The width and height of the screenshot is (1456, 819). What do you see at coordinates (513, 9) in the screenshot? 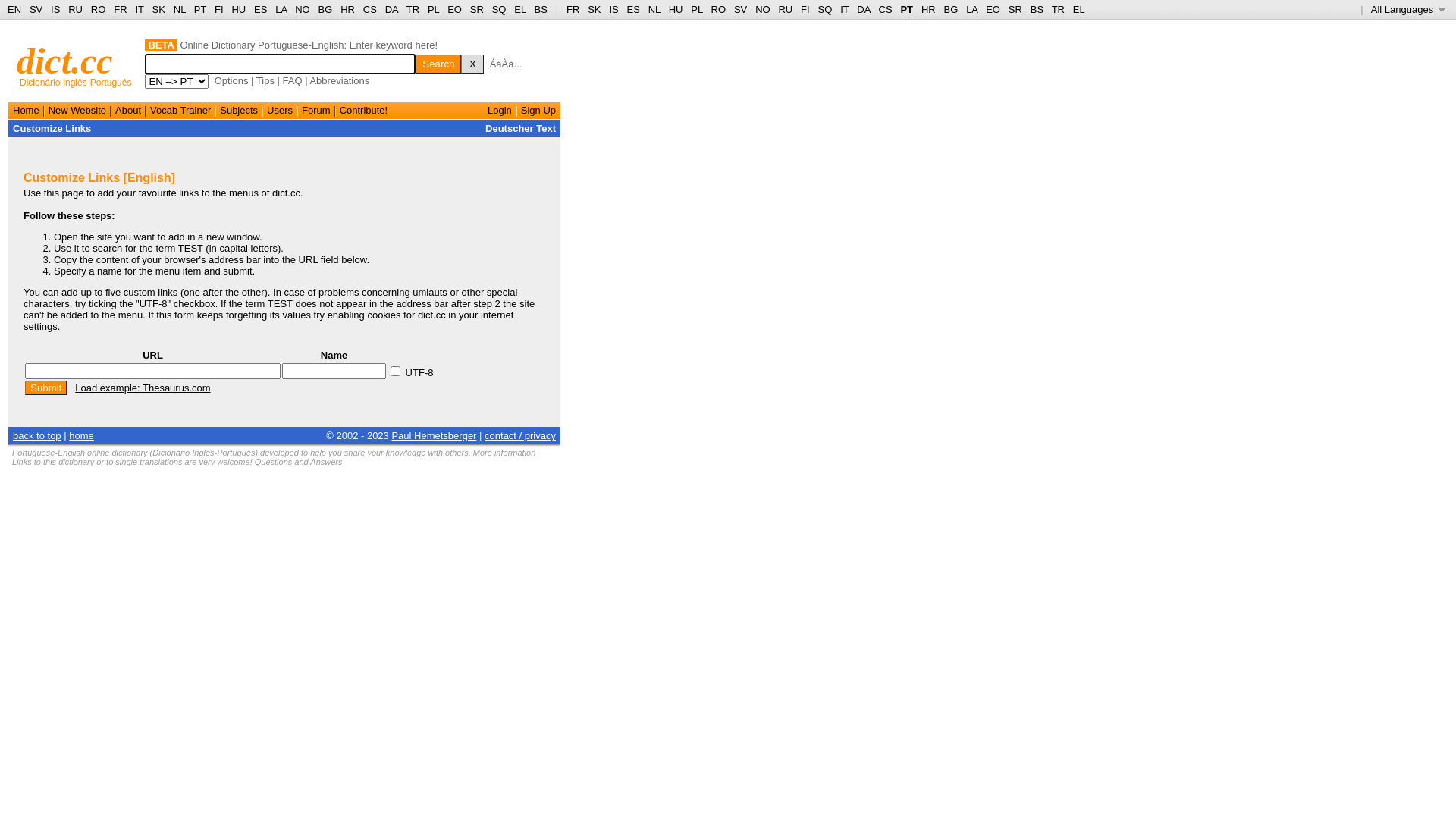
I see `'EL'` at bounding box center [513, 9].